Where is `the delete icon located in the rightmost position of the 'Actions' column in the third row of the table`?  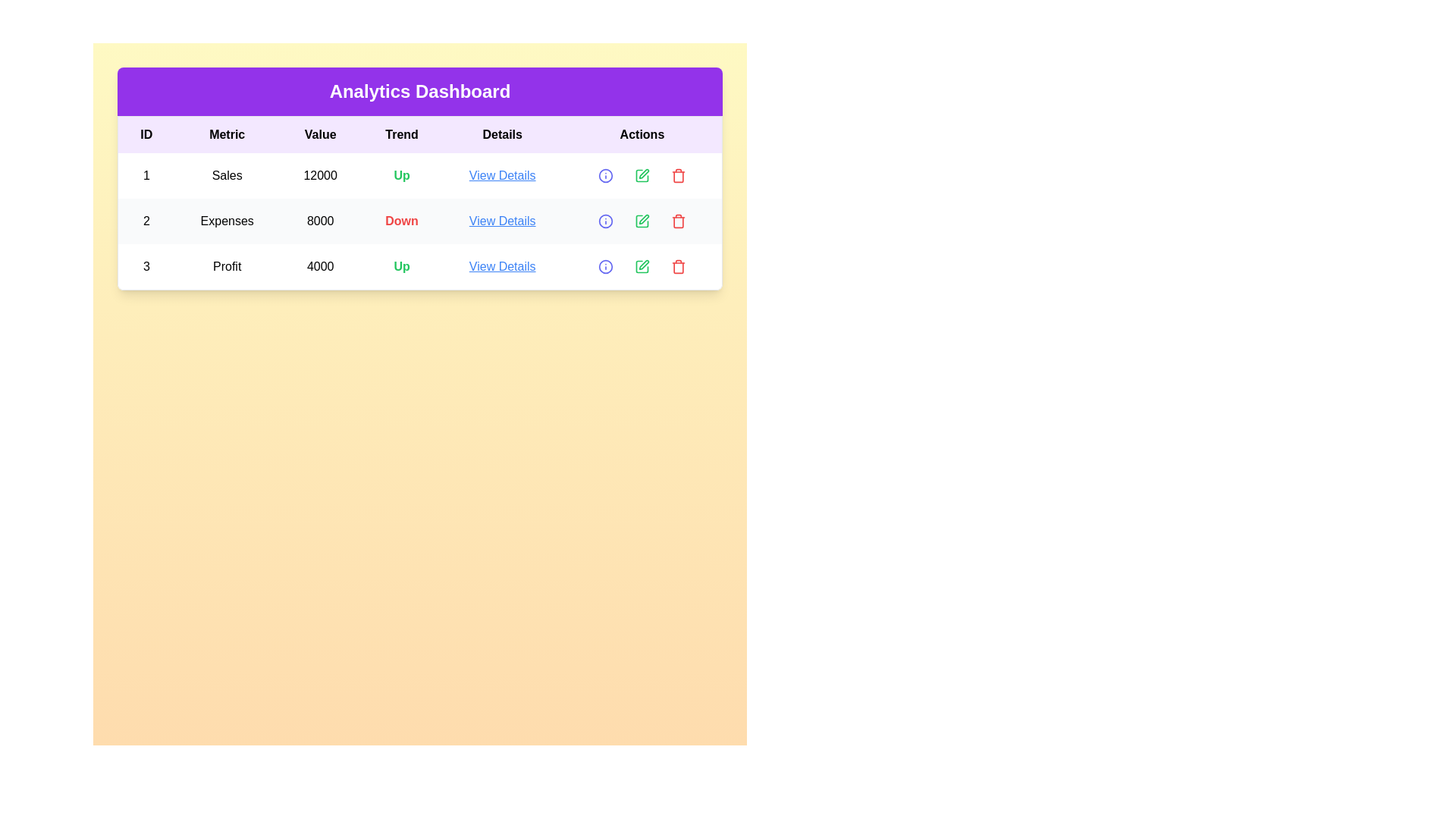 the delete icon located in the rightmost position of the 'Actions' column in the third row of the table is located at coordinates (677, 265).